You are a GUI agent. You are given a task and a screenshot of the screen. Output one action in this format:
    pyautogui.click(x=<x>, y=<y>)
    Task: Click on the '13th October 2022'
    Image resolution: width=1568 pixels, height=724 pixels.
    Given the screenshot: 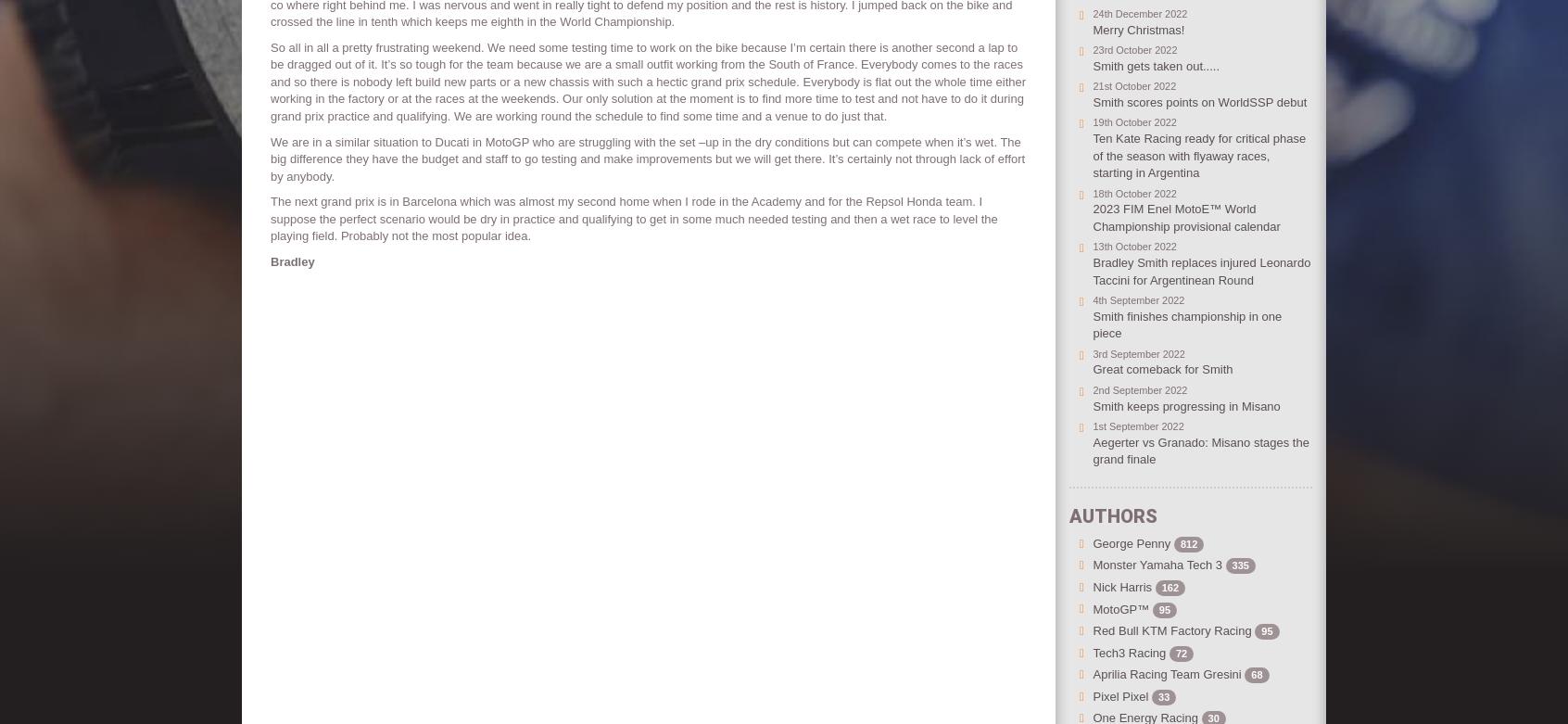 What is the action you would take?
    pyautogui.click(x=1091, y=247)
    